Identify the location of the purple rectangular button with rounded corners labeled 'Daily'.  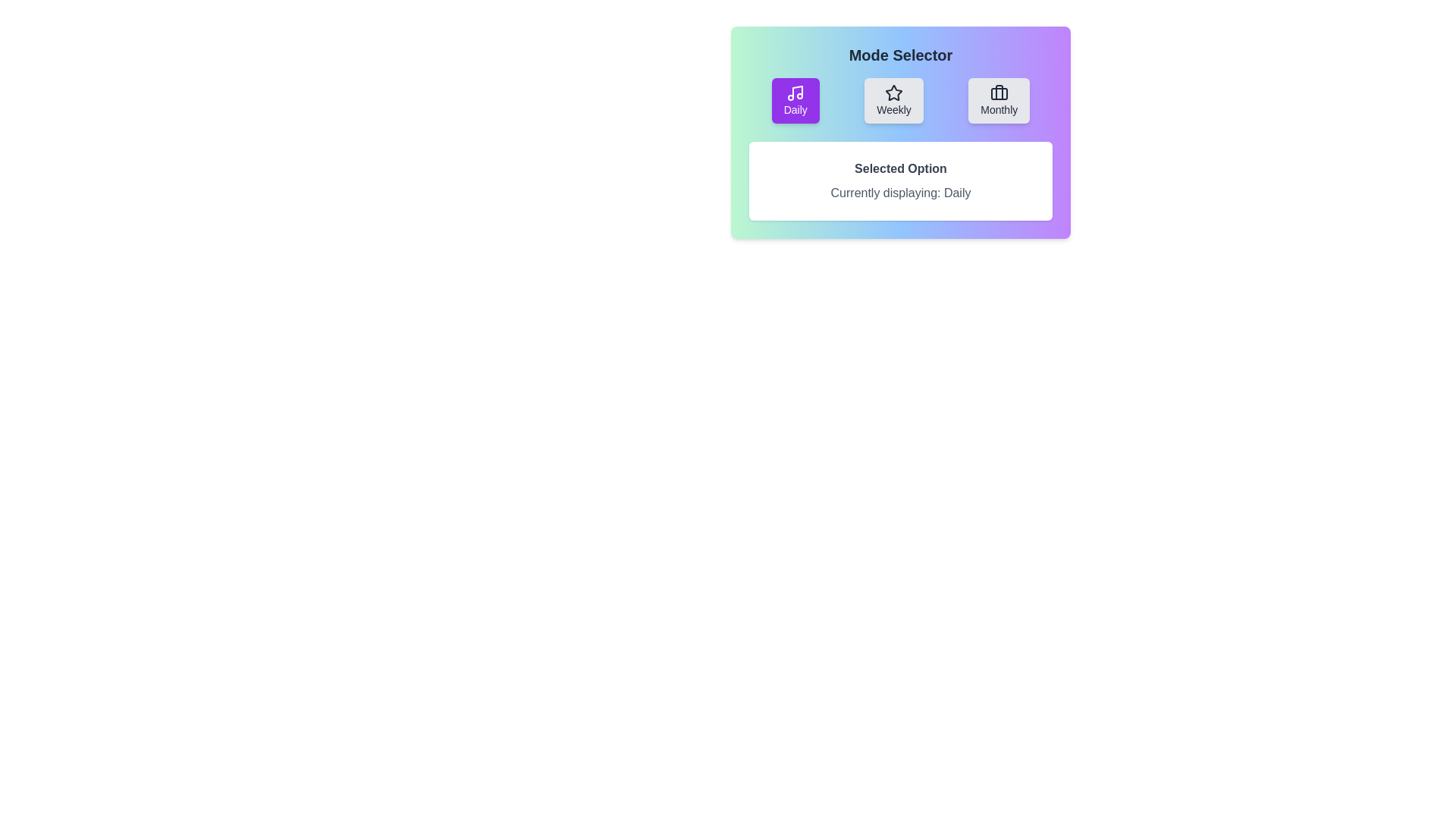
(795, 100).